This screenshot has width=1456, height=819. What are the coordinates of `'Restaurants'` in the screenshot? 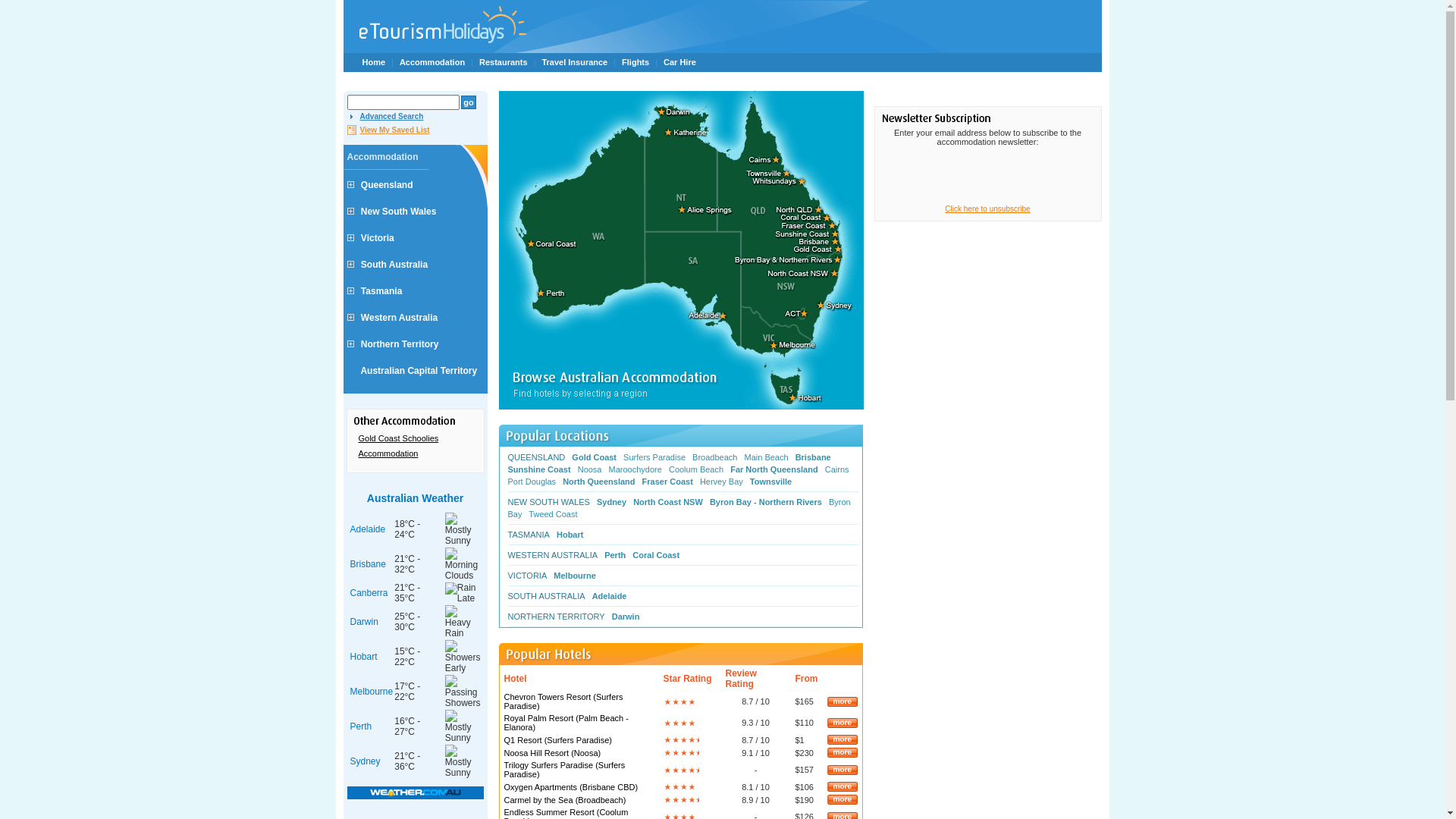 It's located at (503, 61).